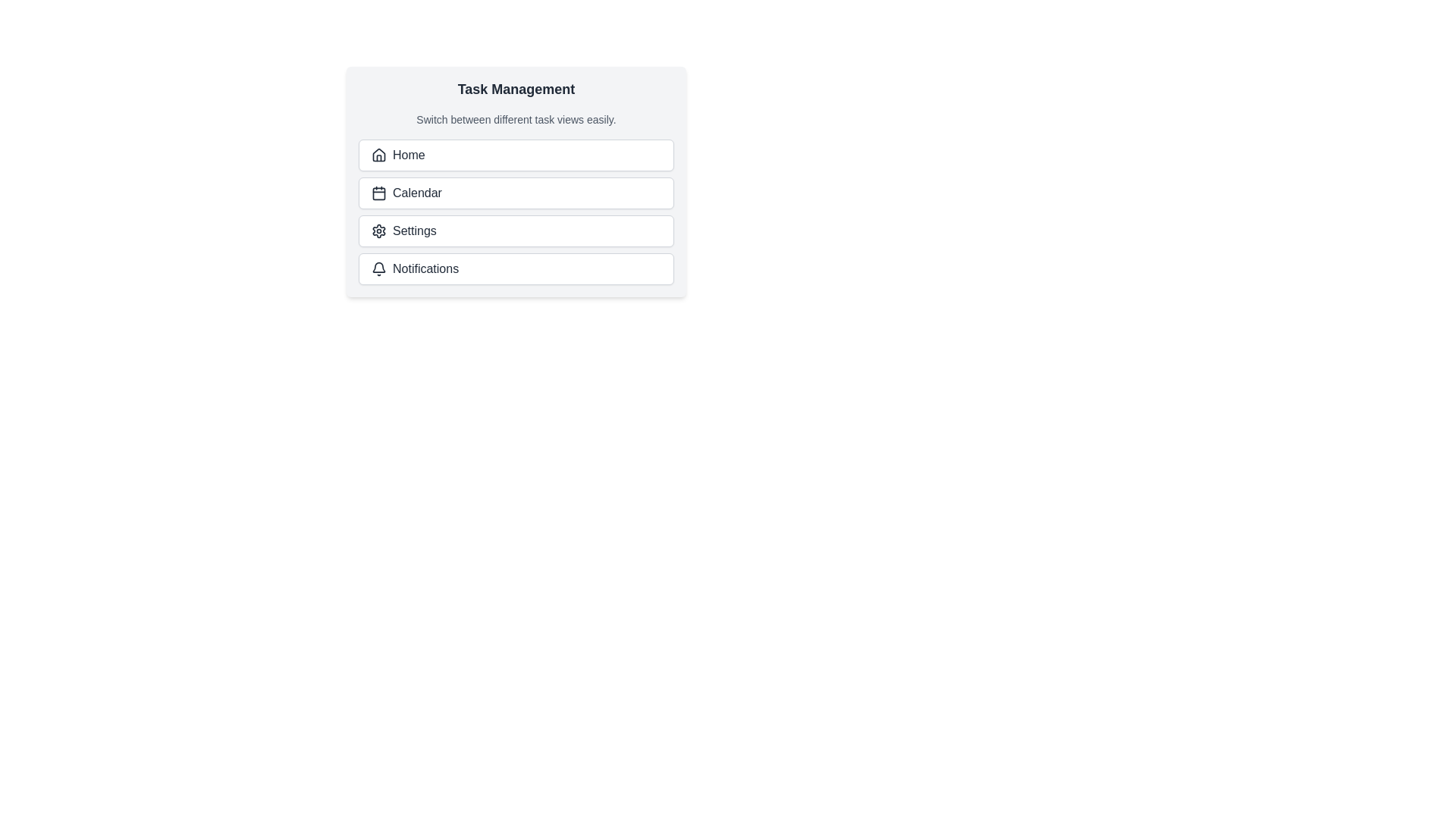 This screenshot has width=1456, height=819. What do you see at coordinates (417, 192) in the screenshot?
I see `the 'Calendar' text label which is part of the second button-like element in a vertical menu list` at bounding box center [417, 192].